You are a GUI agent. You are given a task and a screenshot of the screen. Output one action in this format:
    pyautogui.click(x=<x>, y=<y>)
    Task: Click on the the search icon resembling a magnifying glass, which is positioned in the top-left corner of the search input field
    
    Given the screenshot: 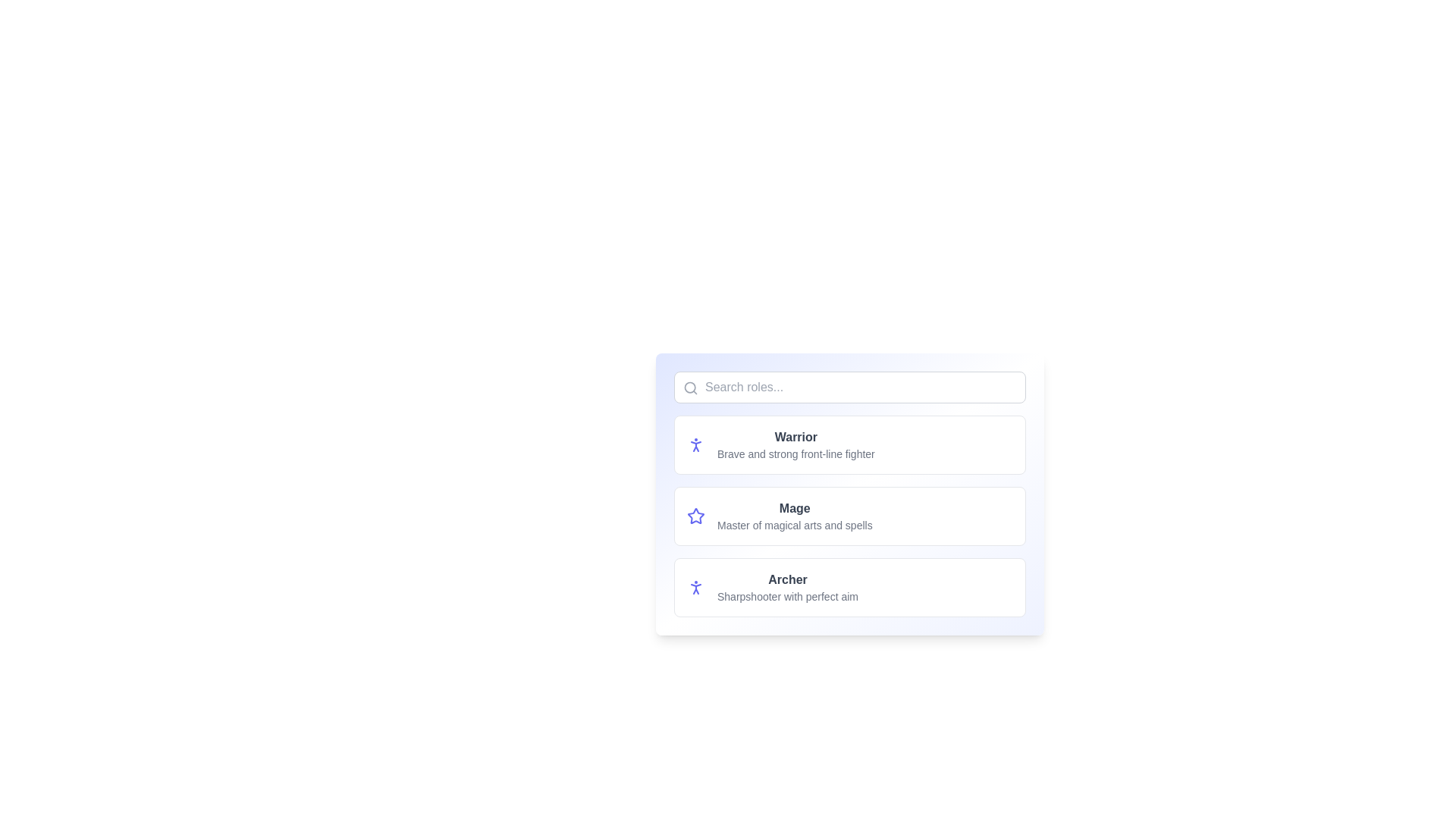 What is the action you would take?
    pyautogui.click(x=690, y=388)
    